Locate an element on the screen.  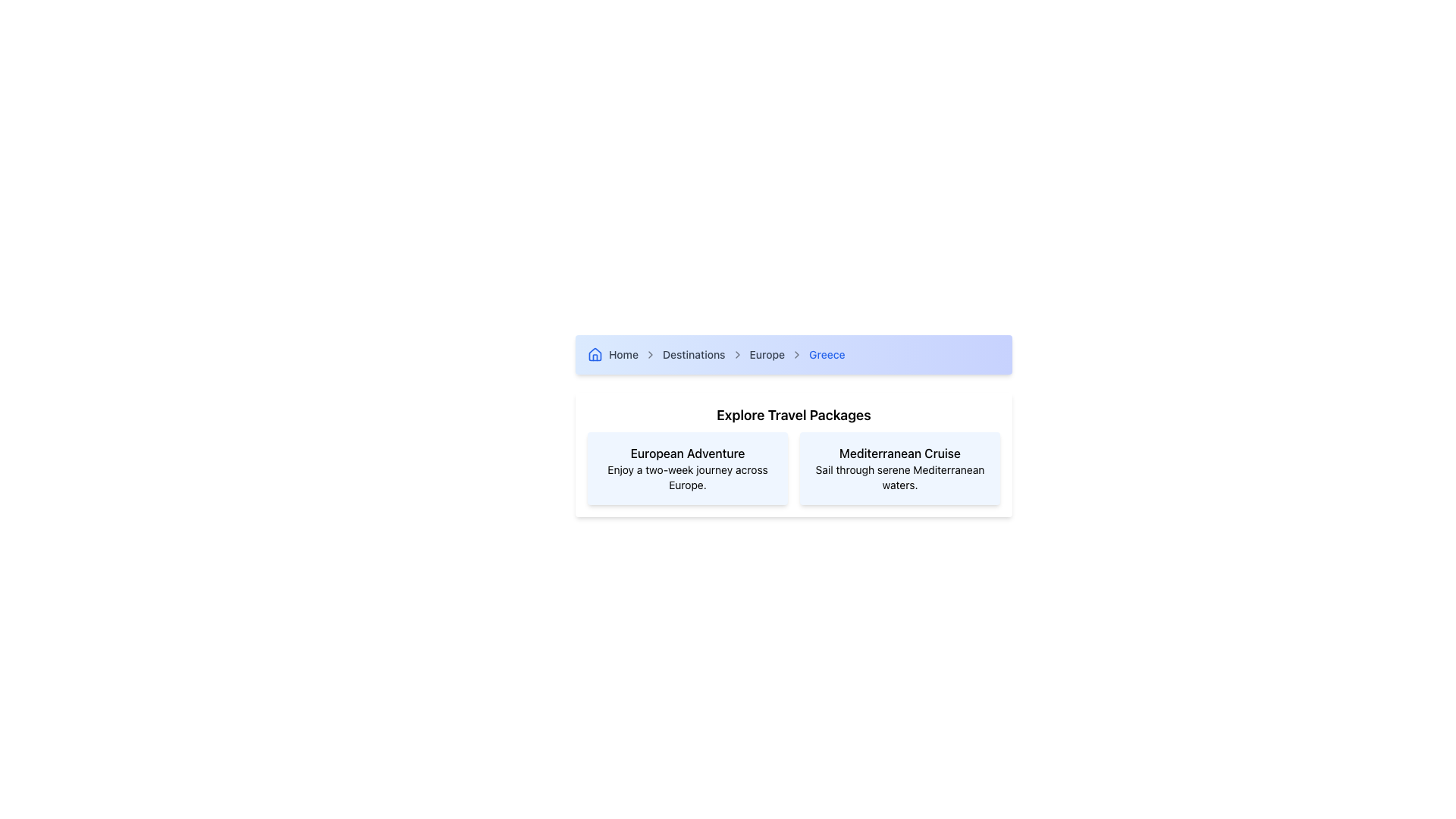
text label displaying the title of the travel package located in the leftmost card under 'Explore Travel Packages' is located at coordinates (687, 452).